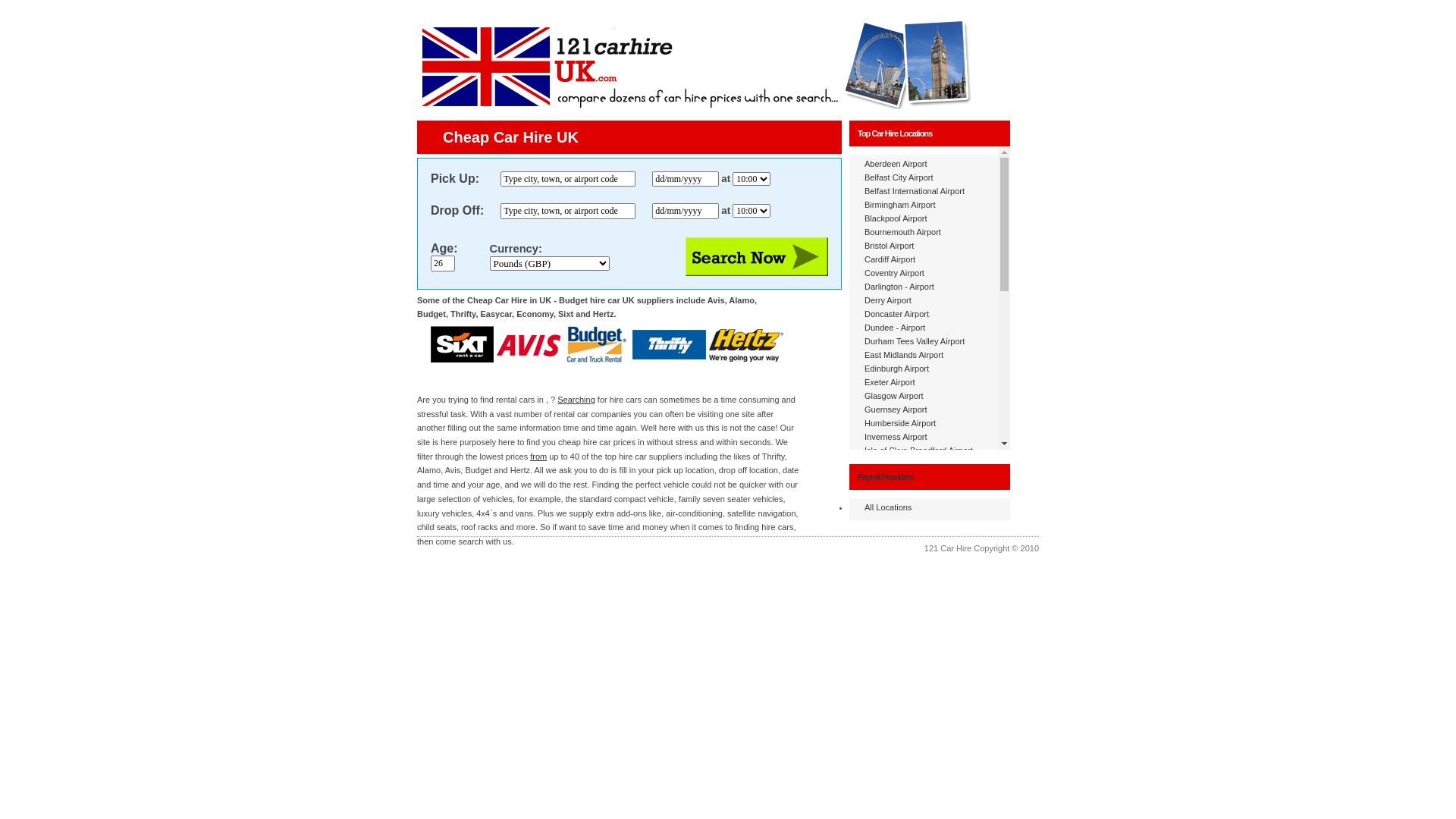  I want to click on 'Humberside Airport', so click(899, 423).